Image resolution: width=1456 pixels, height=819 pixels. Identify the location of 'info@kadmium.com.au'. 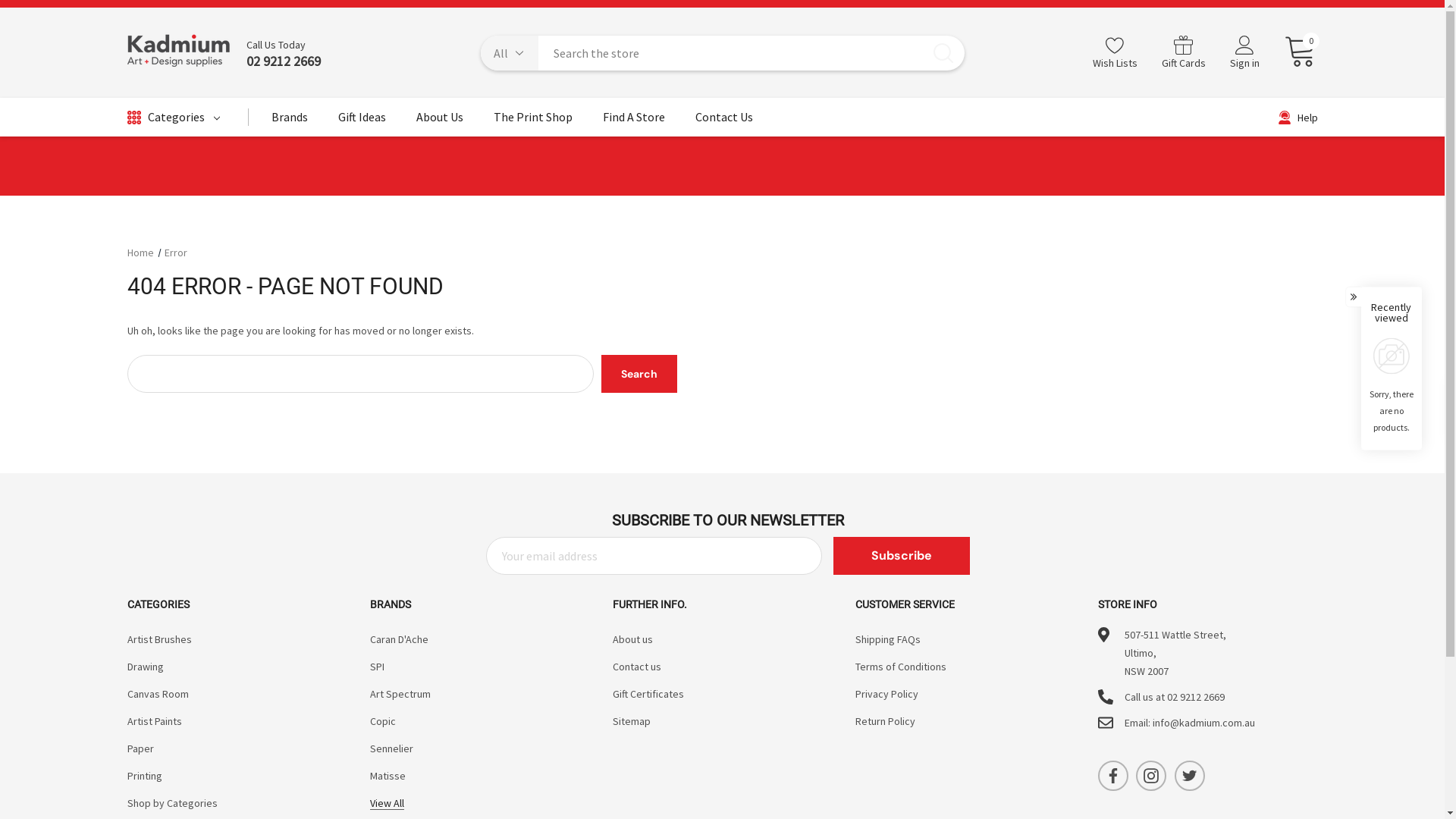
(1203, 721).